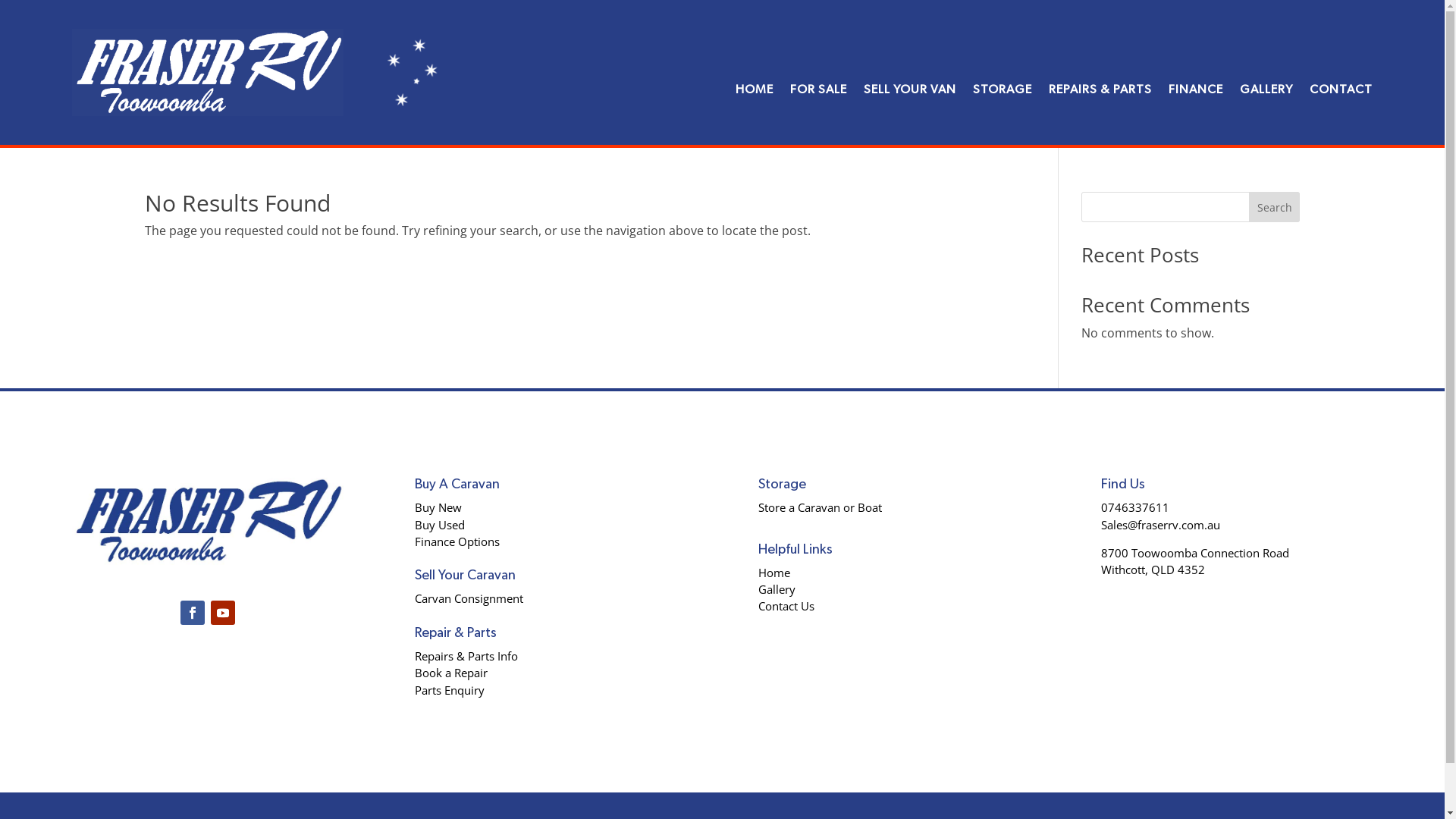 Image resolution: width=1456 pixels, height=819 pixels. What do you see at coordinates (210, 611) in the screenshot?
I see `'Follow on Youtube'` at bounding box center [210, 611].